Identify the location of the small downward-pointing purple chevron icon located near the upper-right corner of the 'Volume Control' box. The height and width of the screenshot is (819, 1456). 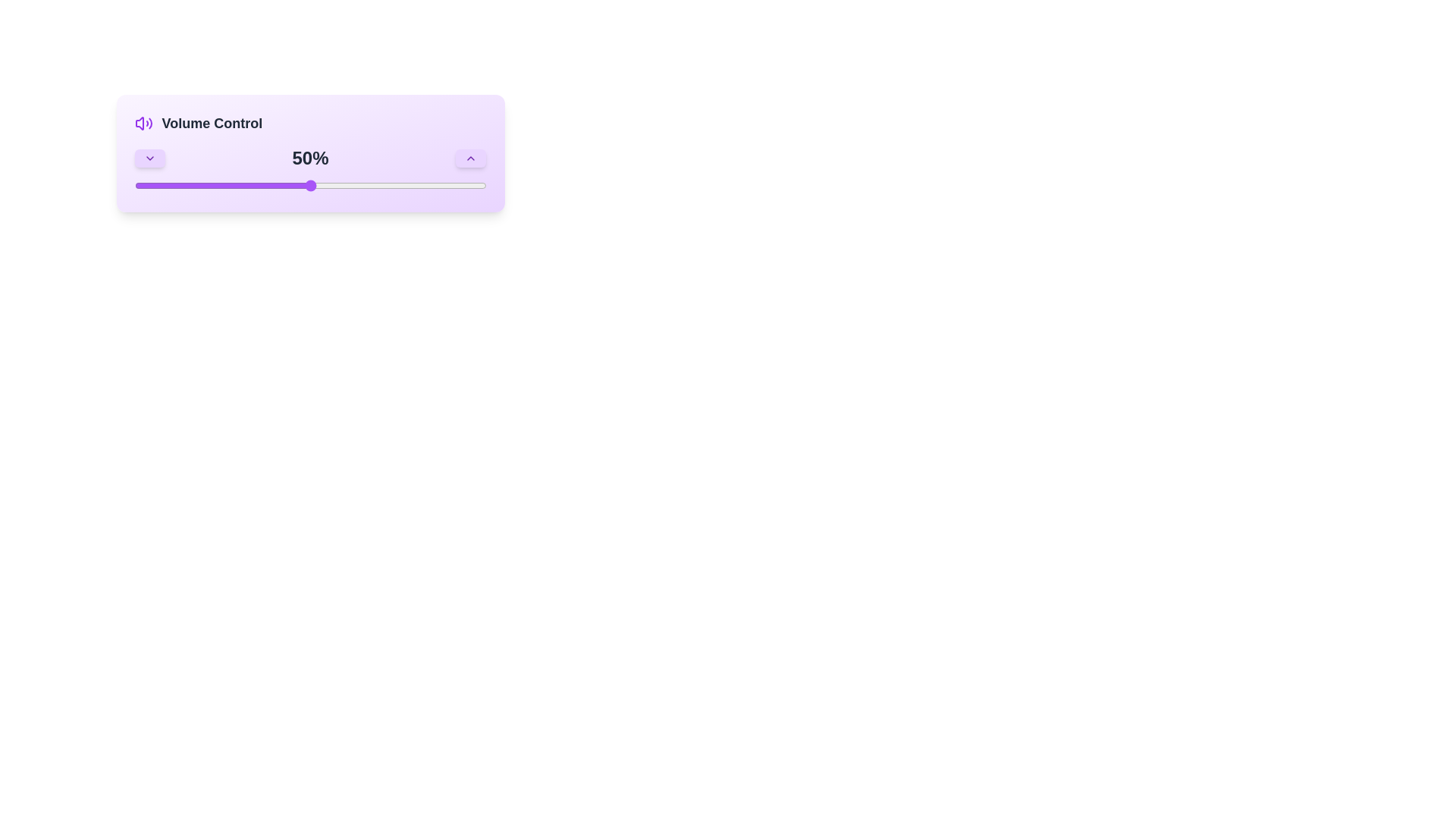
(149, 158).